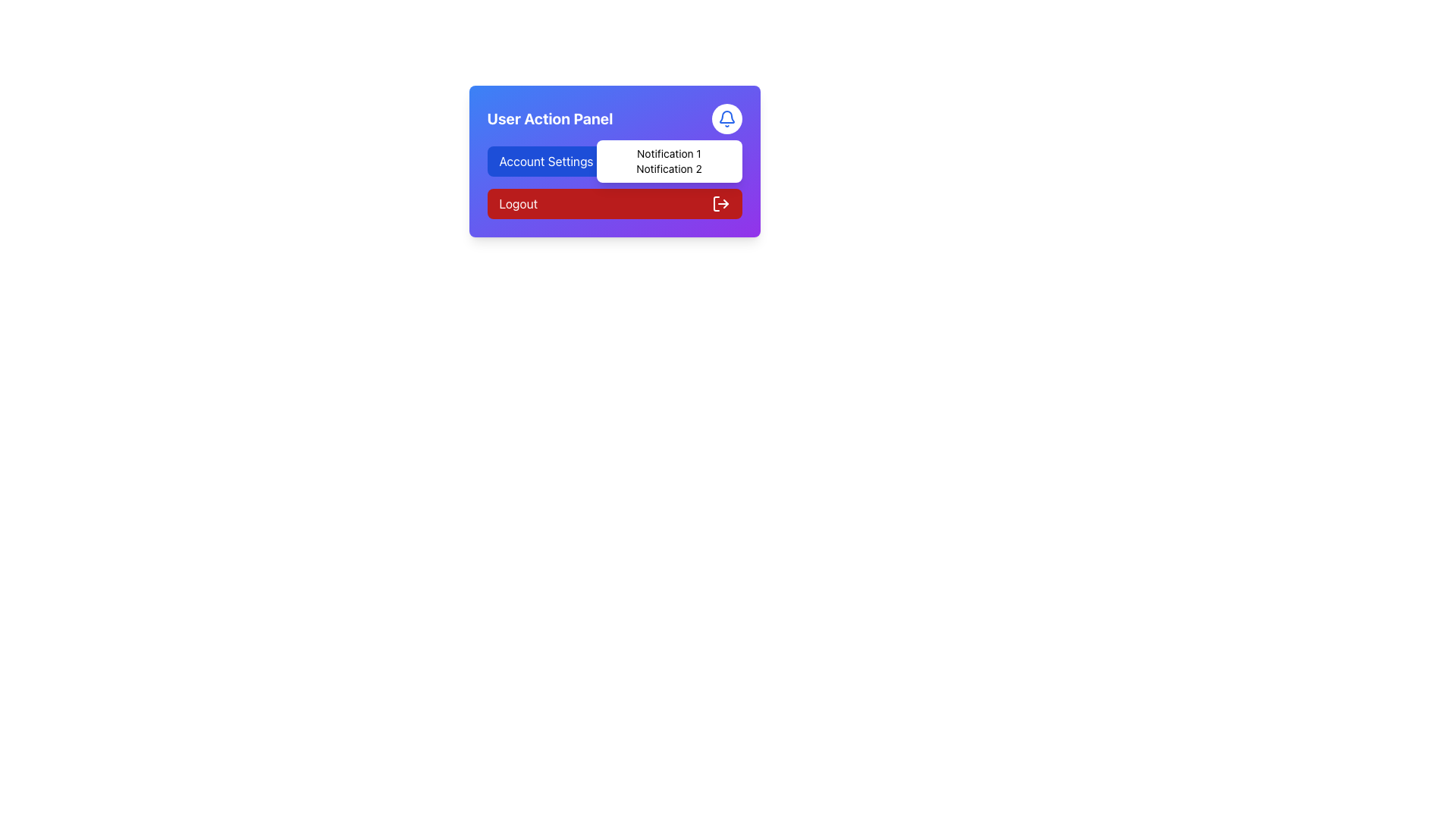 Image resolution: width=1456 pixels, height=819 pixels. I want to click on the circular icon button with a blue notification bell, so click(726, 118).